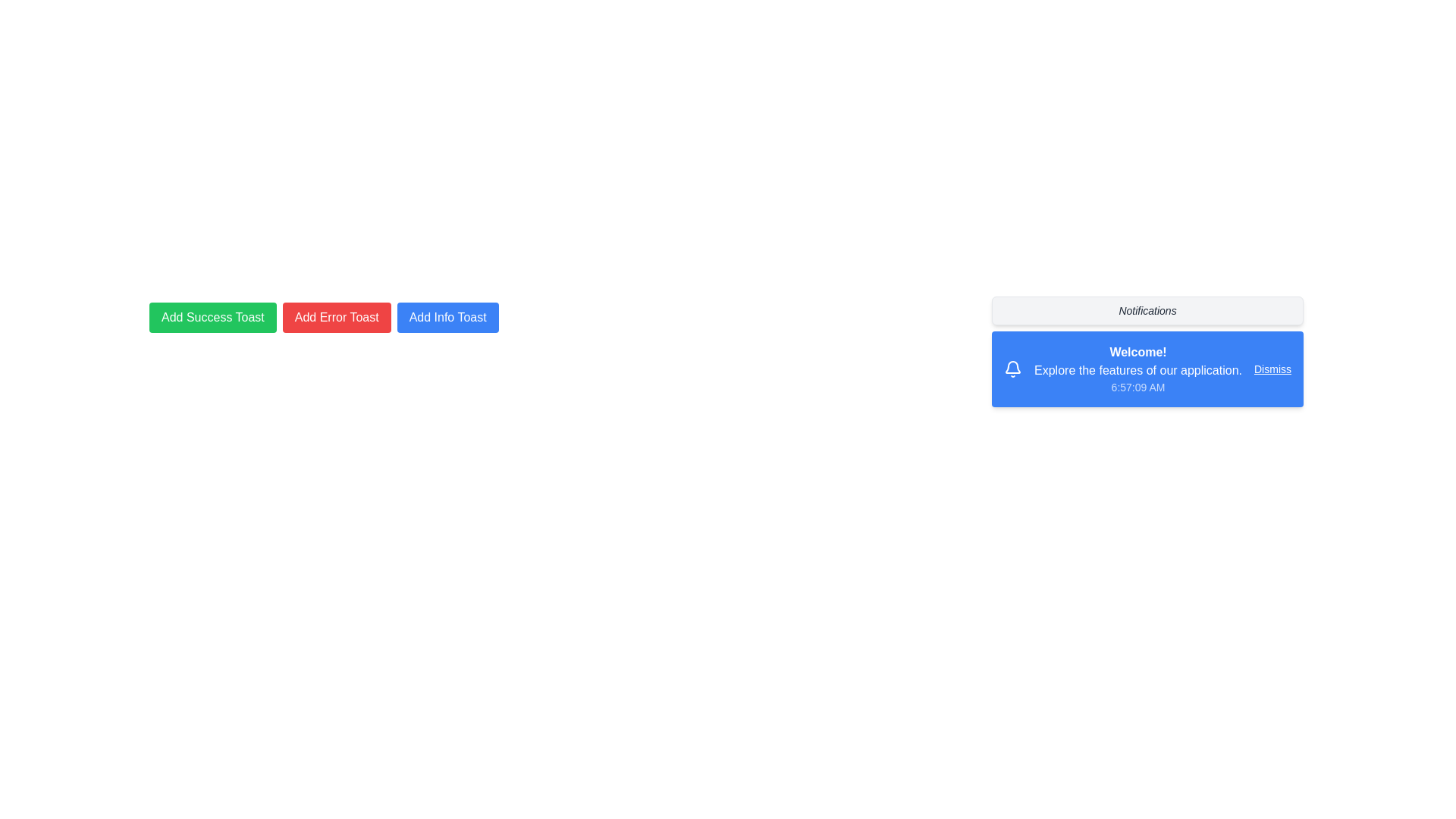 This screenshot has width=1456, height=819. What do you see at coordinates (1138, 352) in the screenshot?
I see `the text label displaying 'Welcome!' in white on a blue background` at bounding box center [1138, 352].